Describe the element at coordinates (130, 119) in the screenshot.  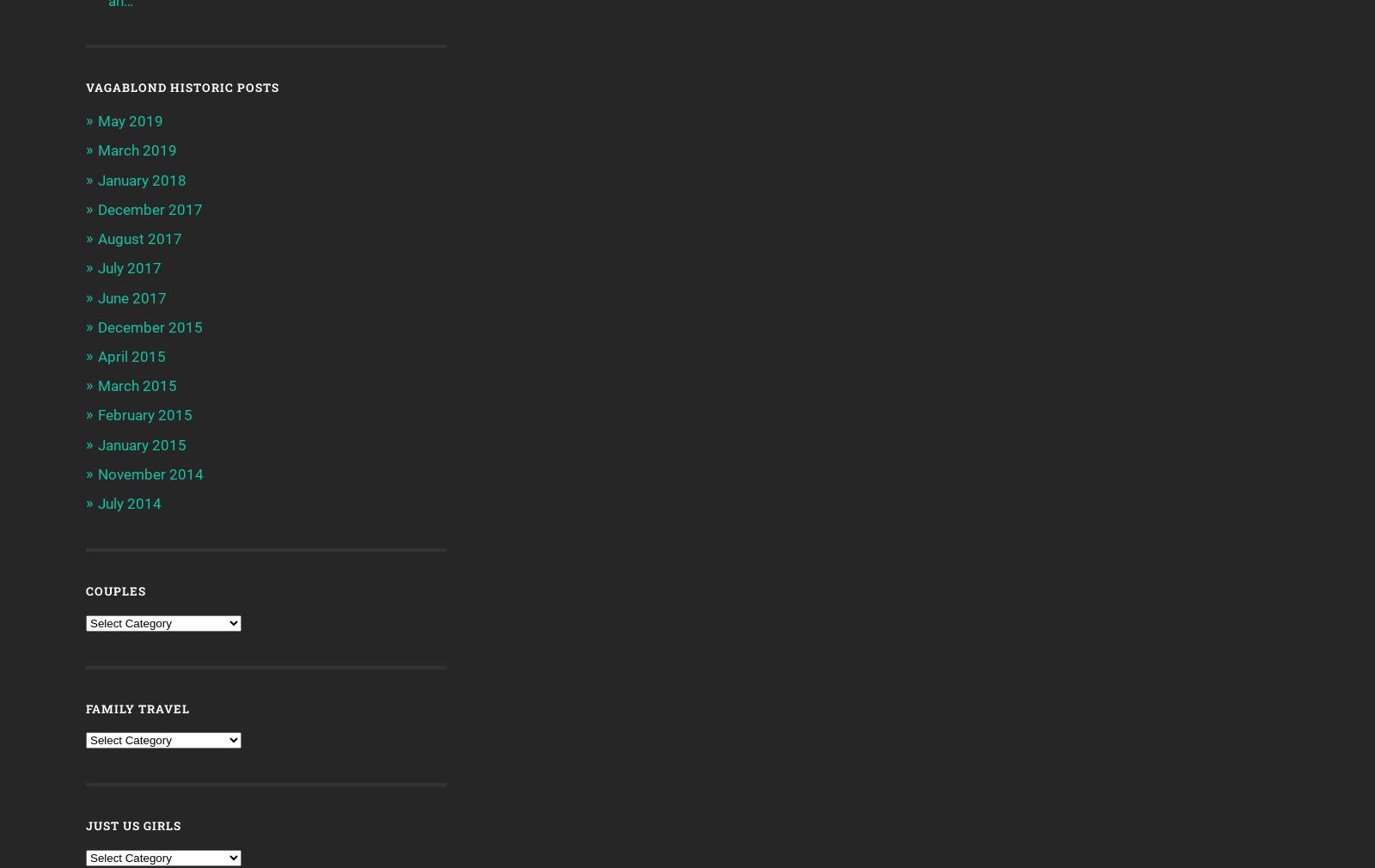
I see `'May 2019'` at that location.